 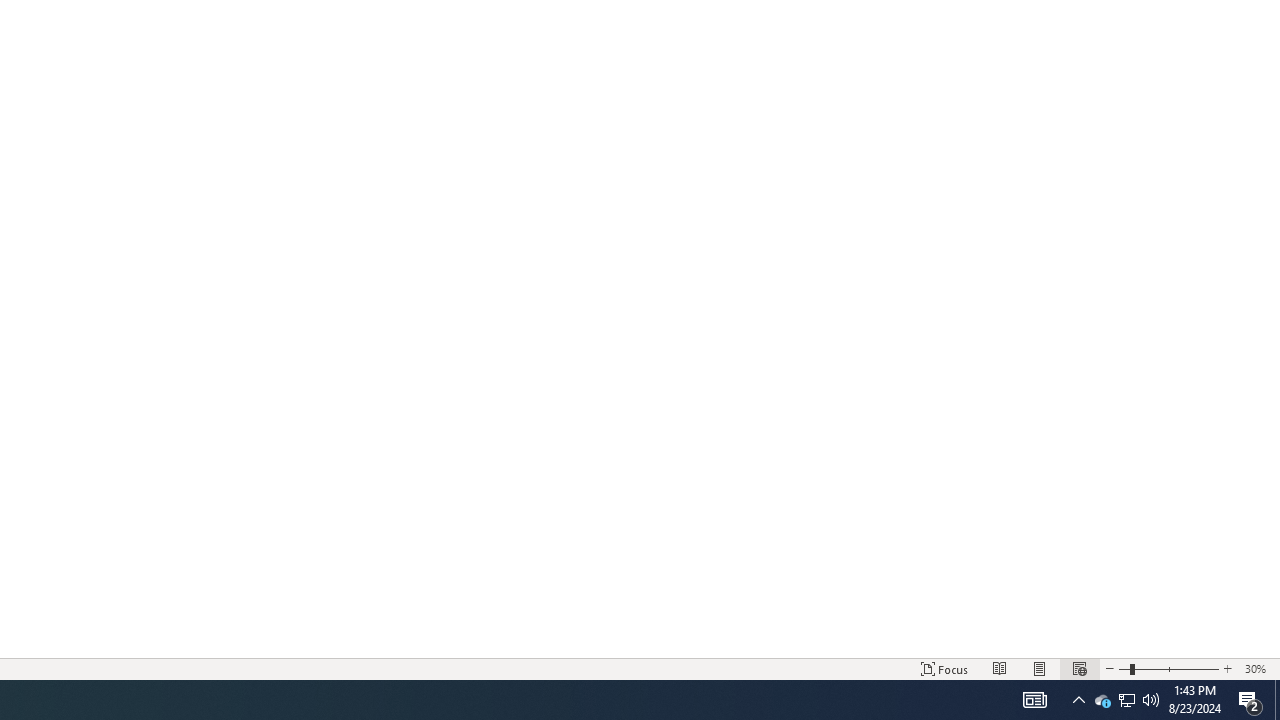 What do you see at coordinates (1226, 669) in the screenshot?
I see `'Zoom In'` at bounding box center [1226, 669].